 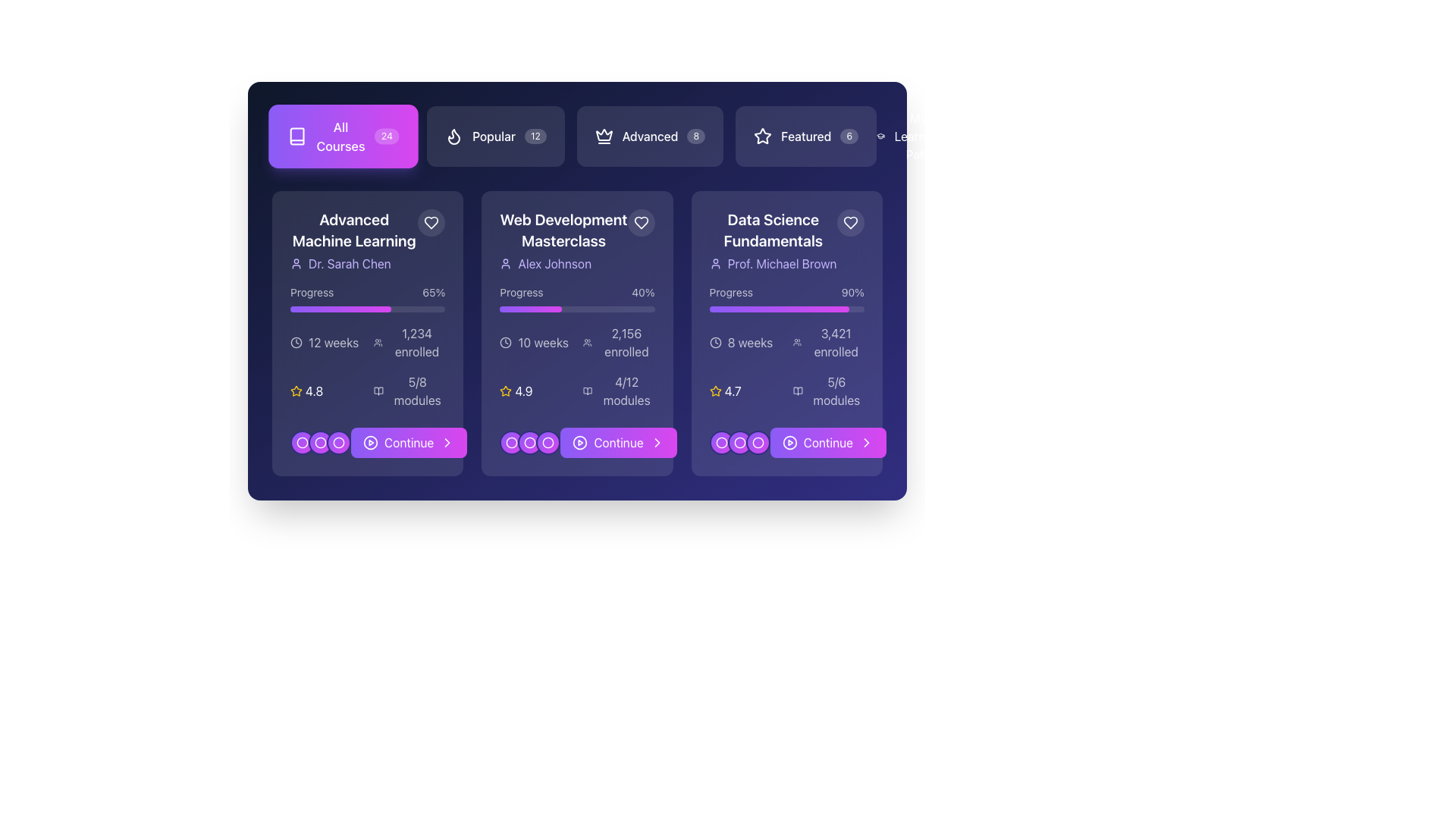 I want to click on the circular heart-shaped button in the top-right corner of the 'Advanced Machine Learning' course card to mark it as favorite, so click(x=431, y=222).